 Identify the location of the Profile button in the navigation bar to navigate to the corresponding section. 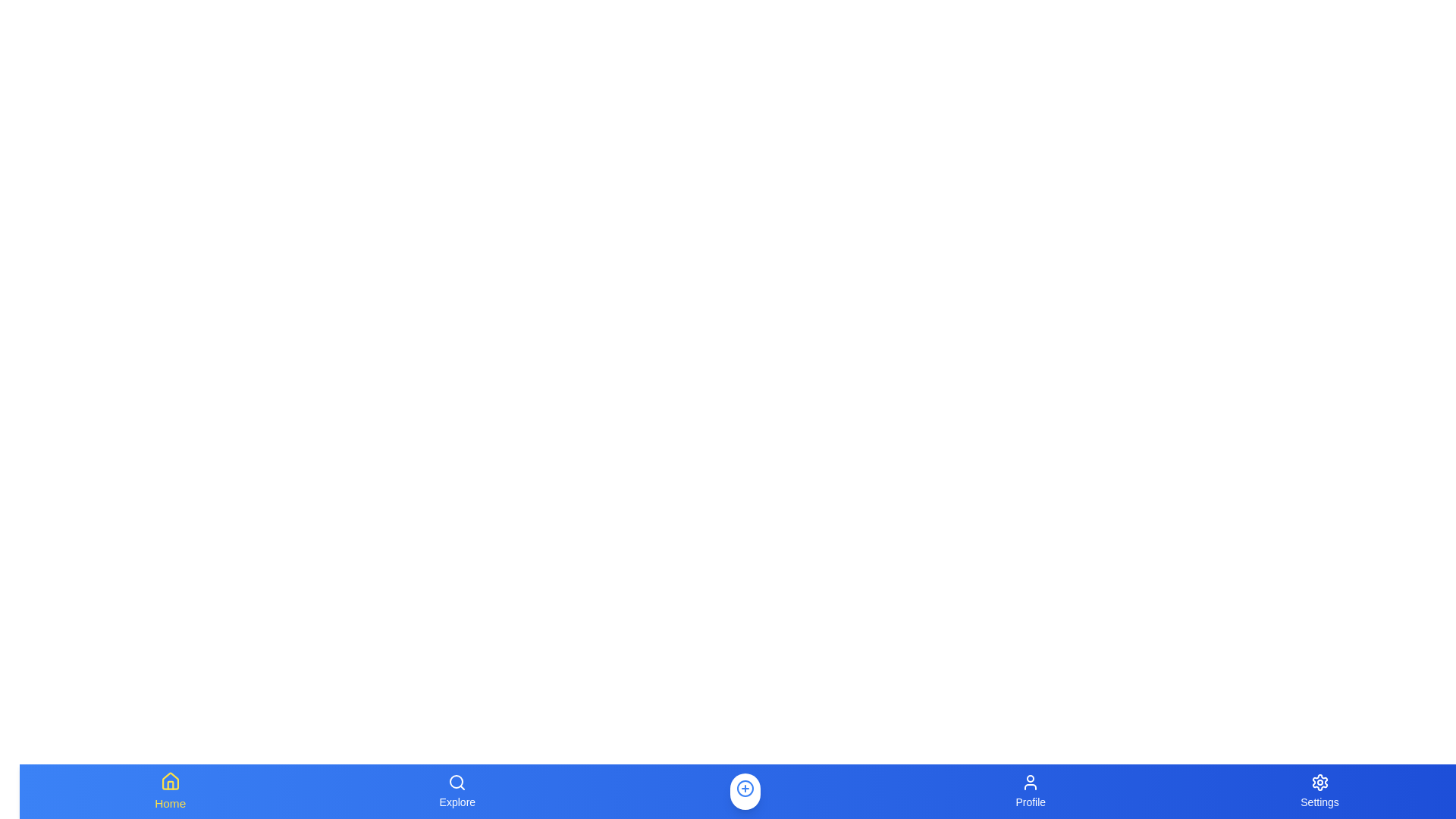
(1030, 791).